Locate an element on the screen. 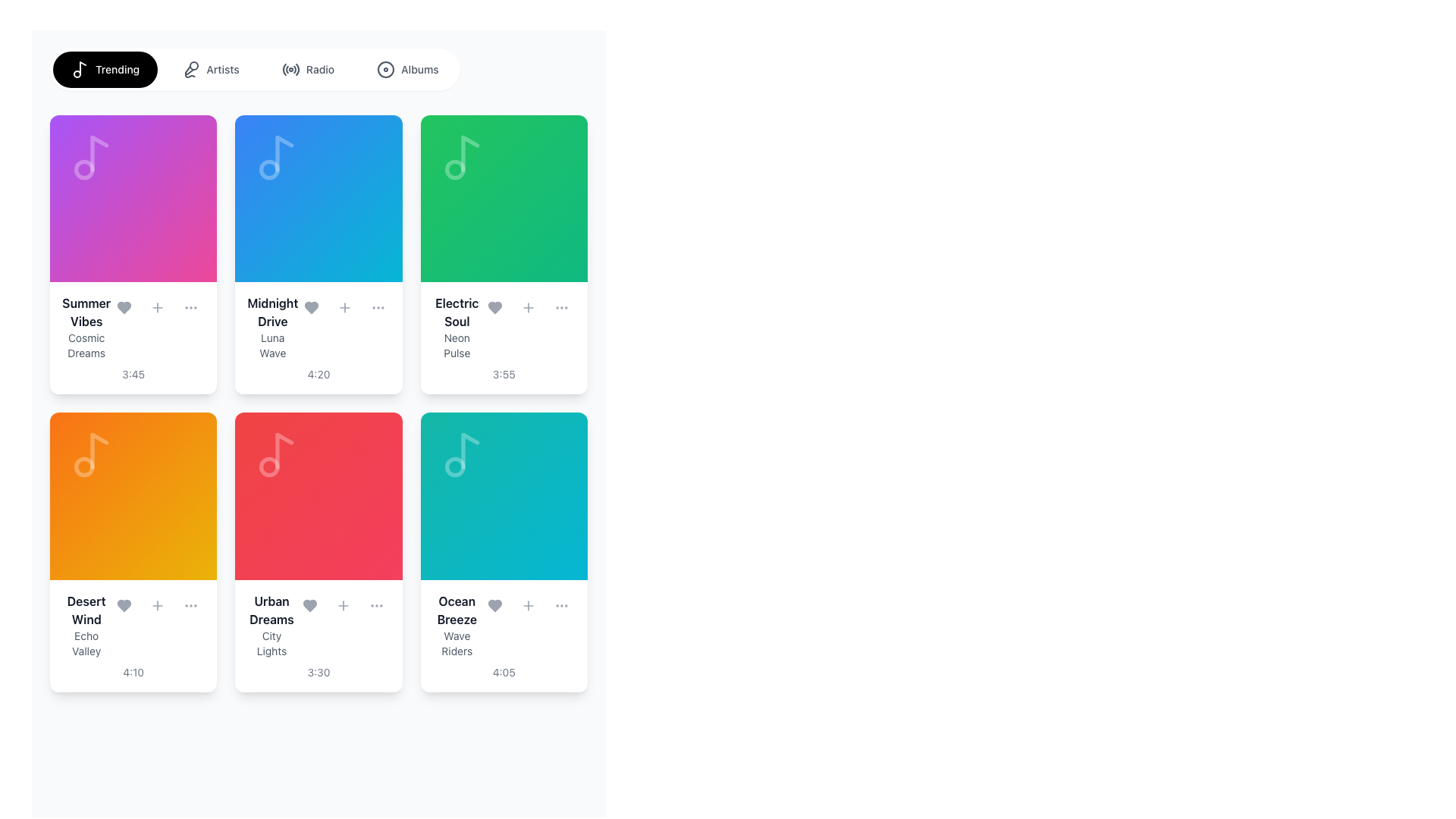 The height and width of the screenshot is (819, 1456). the Menu Bar at the specified coordinates is located at coordinates (255, 70).